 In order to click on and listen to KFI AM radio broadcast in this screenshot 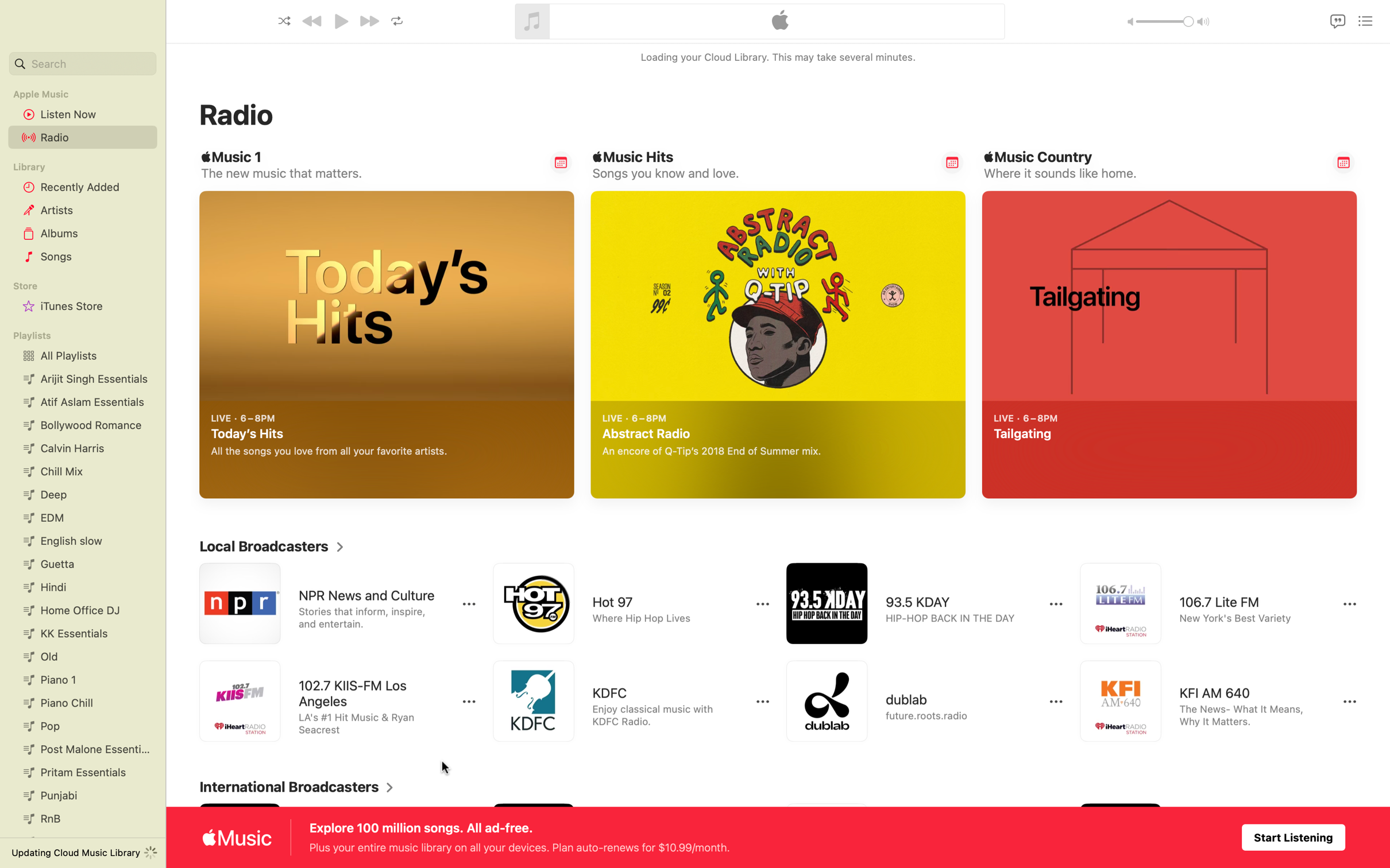, I will do `click(1207, 702)`.